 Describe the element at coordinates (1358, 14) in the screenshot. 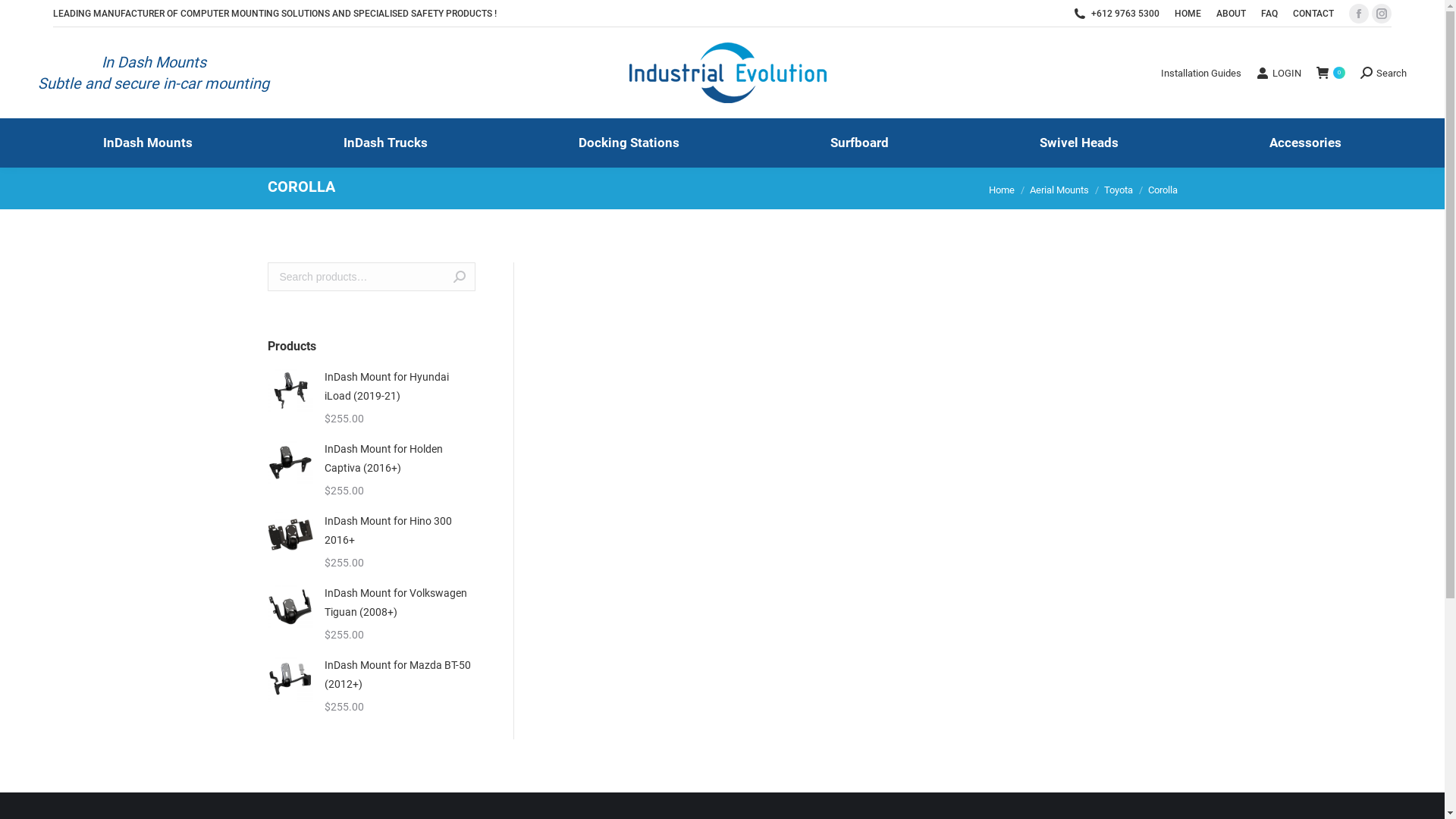

I see `'Facebook page opens in new window'` at that location.